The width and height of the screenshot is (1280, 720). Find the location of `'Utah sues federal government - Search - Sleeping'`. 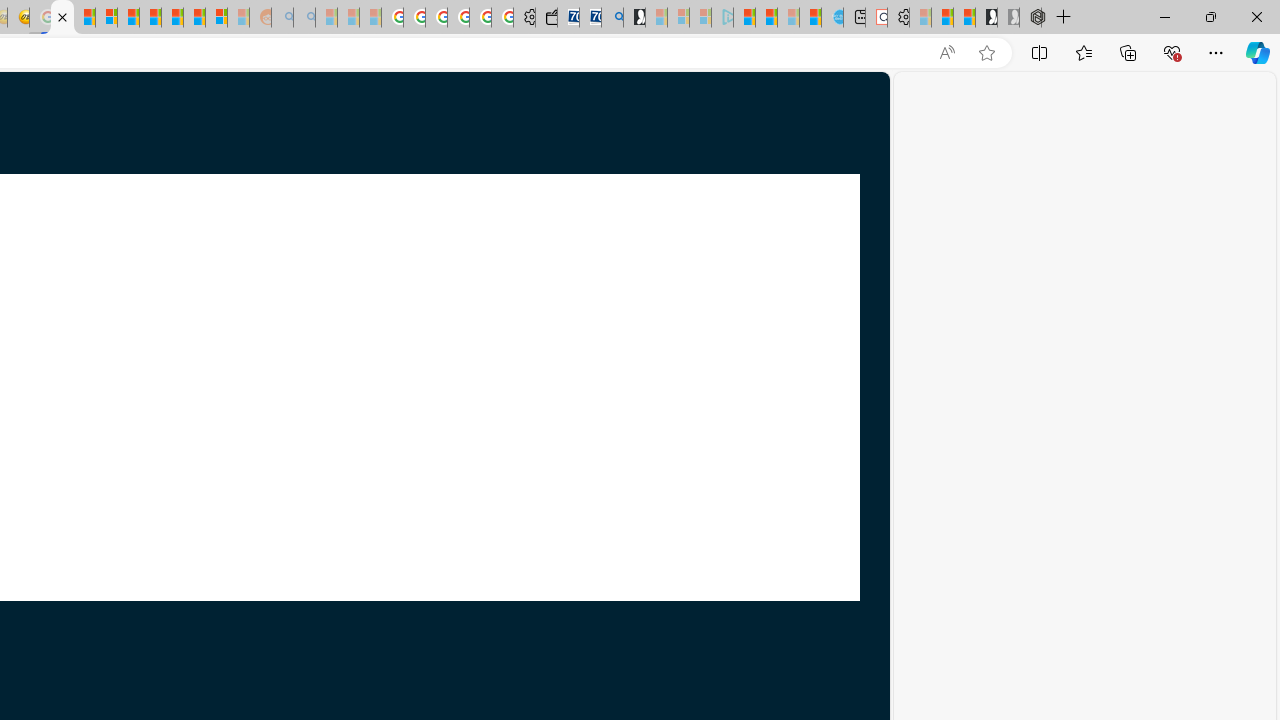

'Utah sues federal government - Search - Sleeping' is located at coordinates (303, 17).